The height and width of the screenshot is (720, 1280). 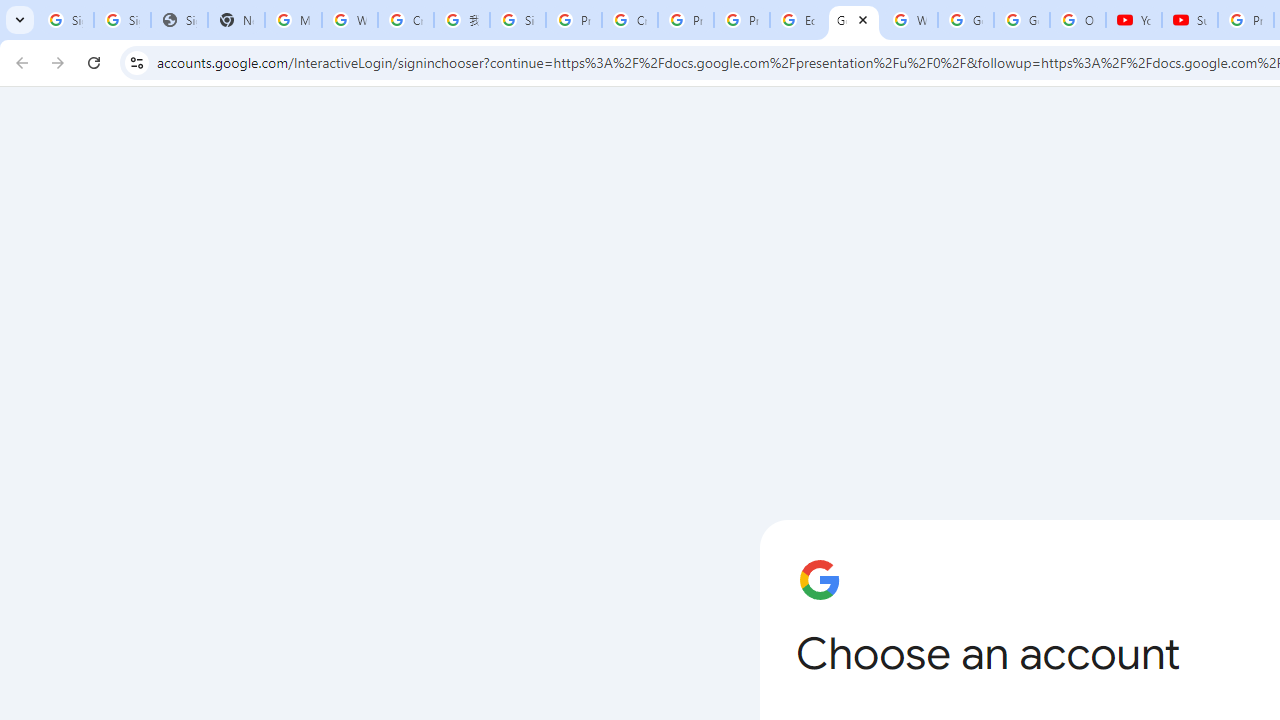 What do you see at coordinates (350, 20) in the screenshot?
I see `'Who is my administrator? - Google Account Help'` at bounding box center [350, 20].